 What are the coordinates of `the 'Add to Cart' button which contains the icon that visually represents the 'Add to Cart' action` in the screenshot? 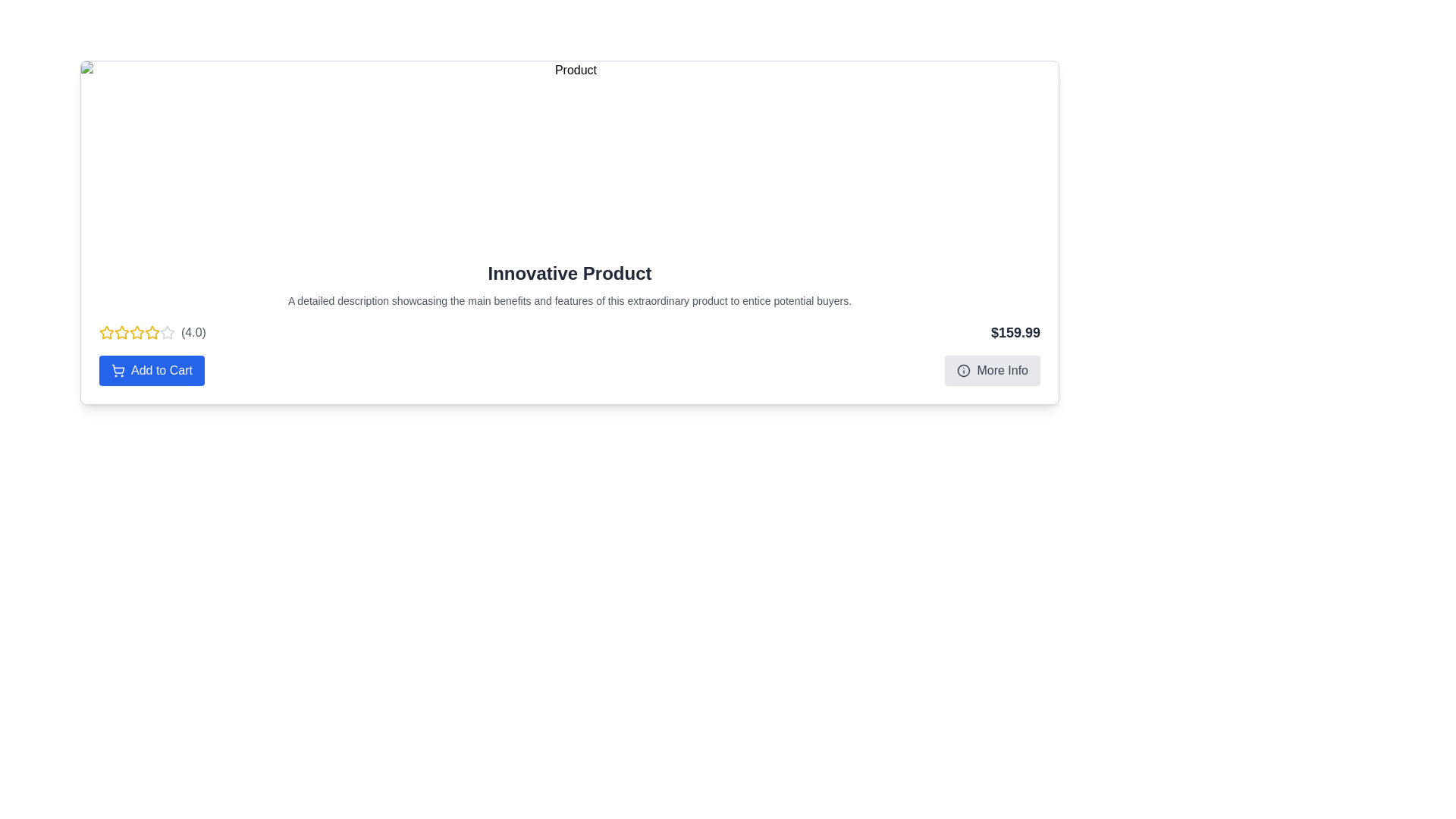 It's located at (118, 371).